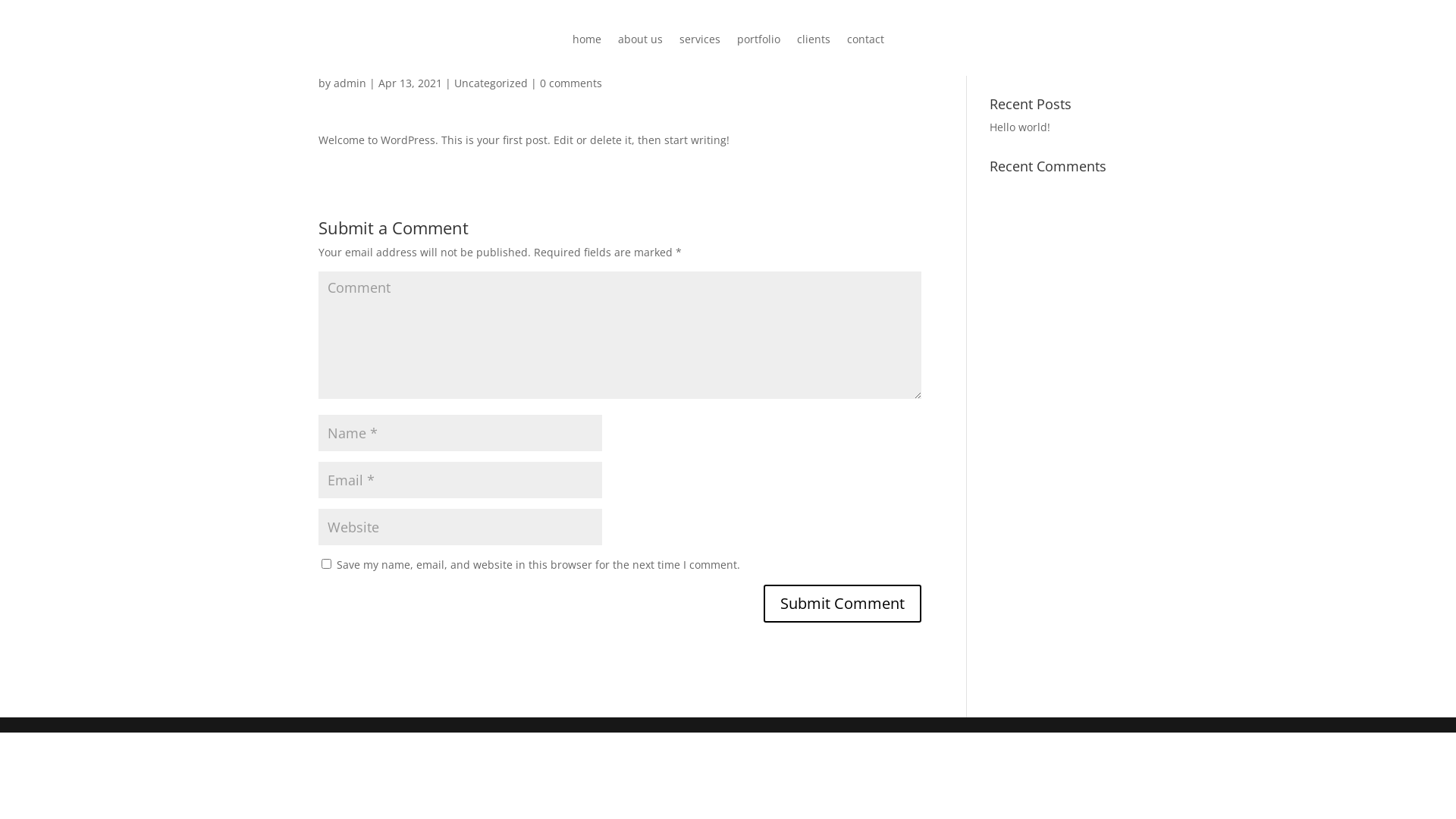 Image resolution: width=1456 pixels, height=819 pixels. Describe the element at coordinates (333, 83) in the screenshot. I see `'admin'` at that location.